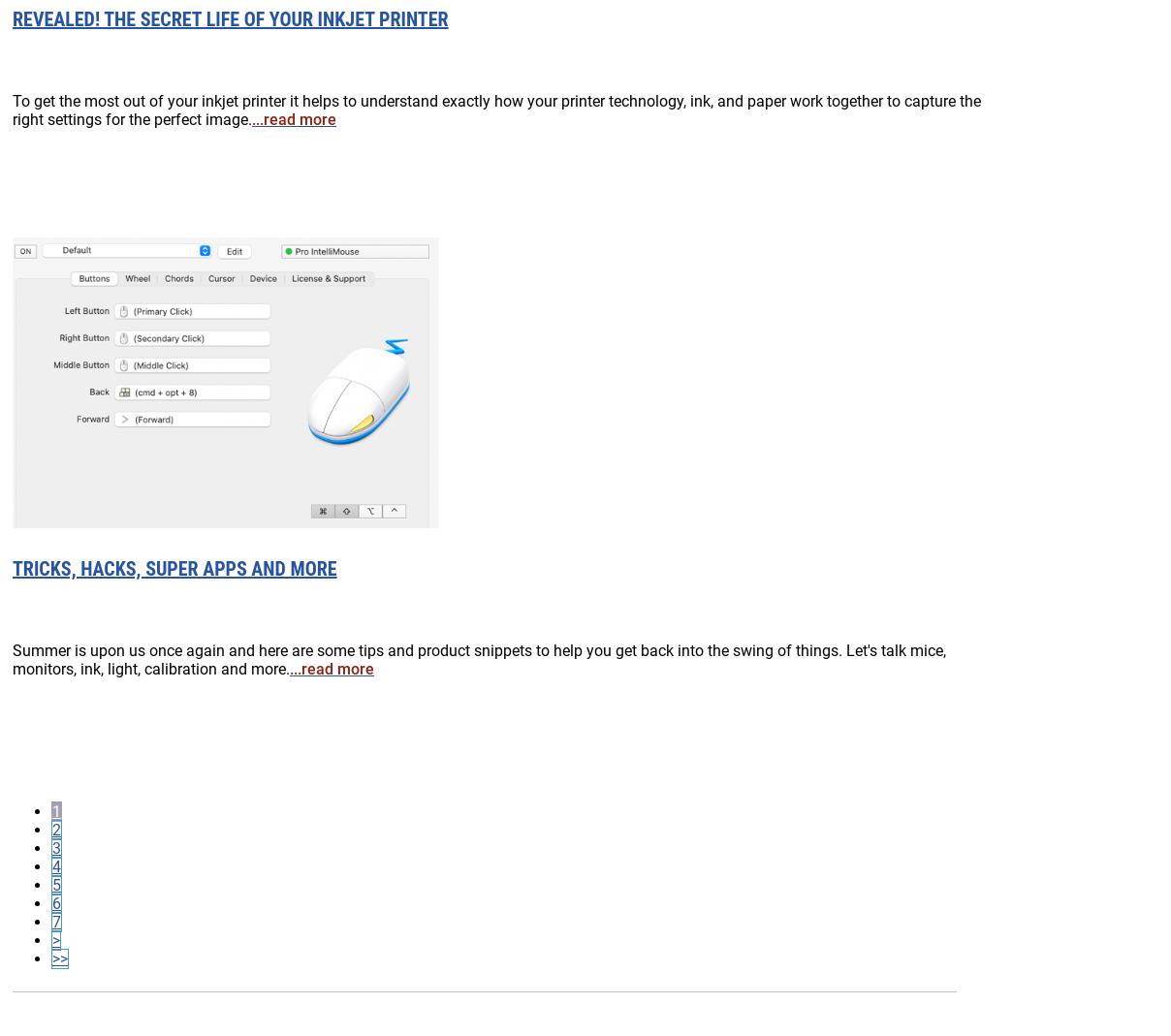  I want to click on 'To get the most out of your inkjet printer it helps to understand exactly how your printer technology, ink, and paper work together to capture the right settings for the perfect image.', so click(496, 109).